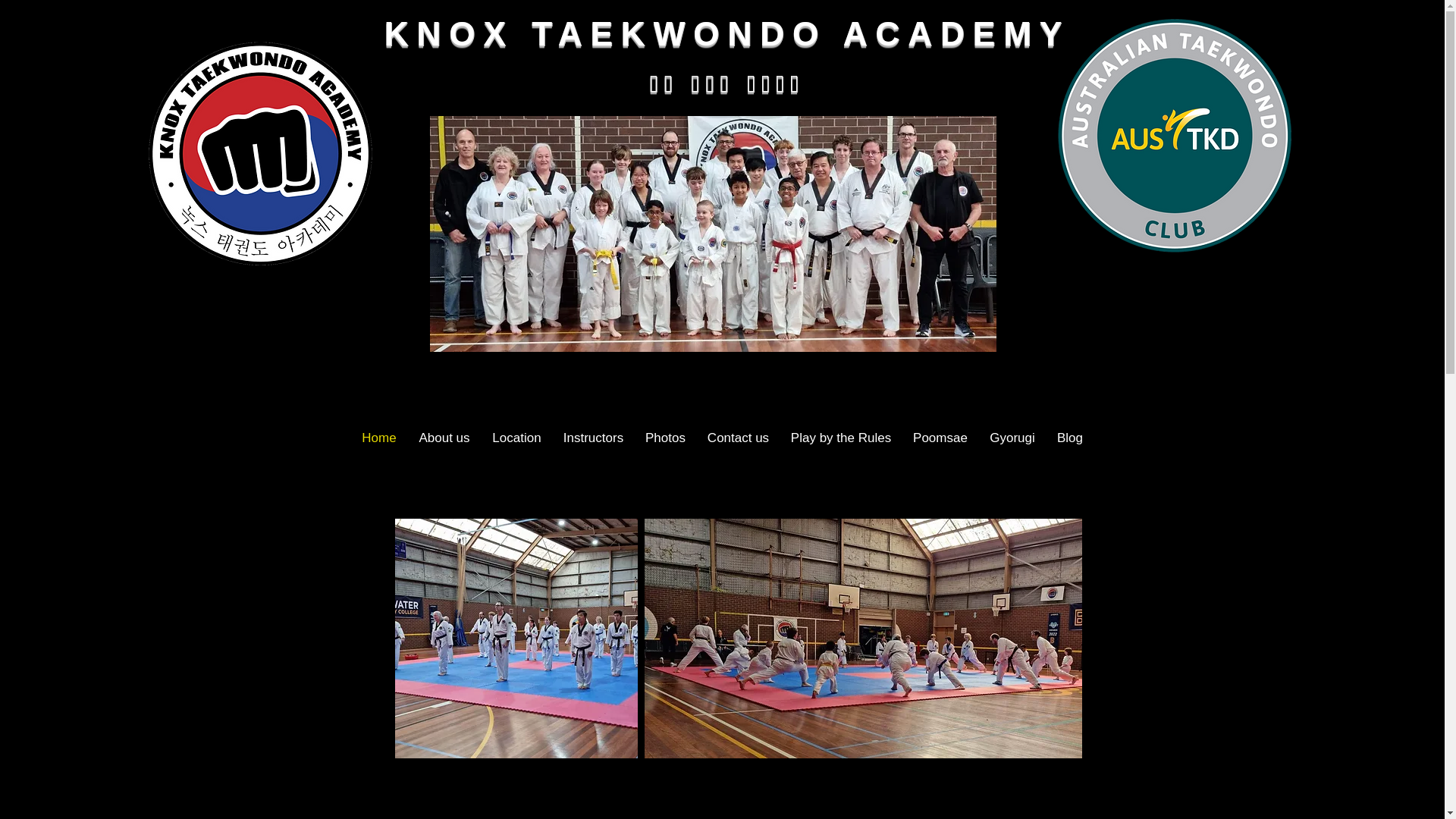 The height and width of the screenshot is (819, 1456). What do you see at coordinates (839, 438) in the screenshot?
I see `'Play by the Rules'` at bounding box center [839, 438].